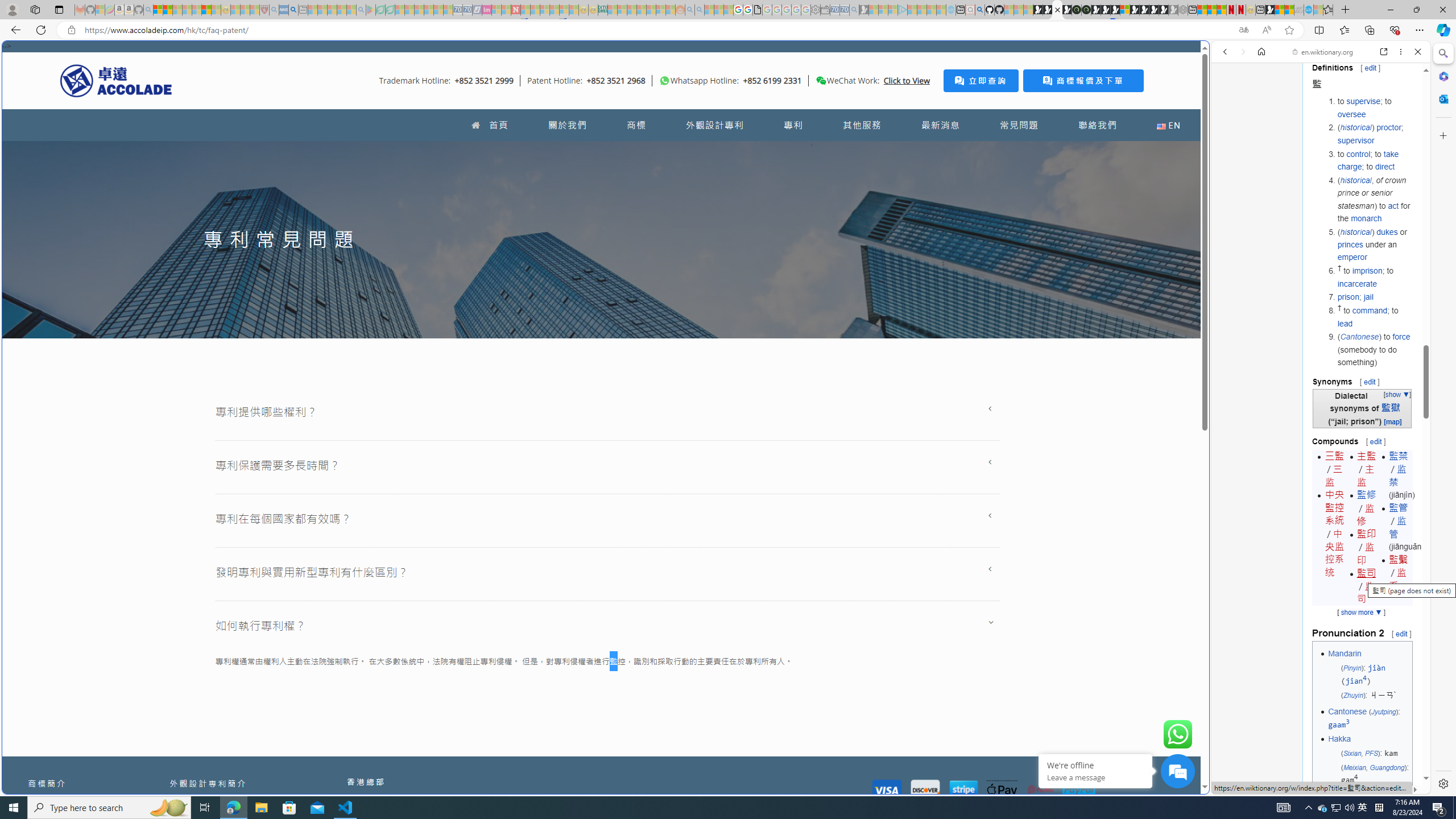  What do you see at coordinates (1442, 76) in the screenshot?
I see `'Microsoft 365'` at bounding box center [1442, 76].